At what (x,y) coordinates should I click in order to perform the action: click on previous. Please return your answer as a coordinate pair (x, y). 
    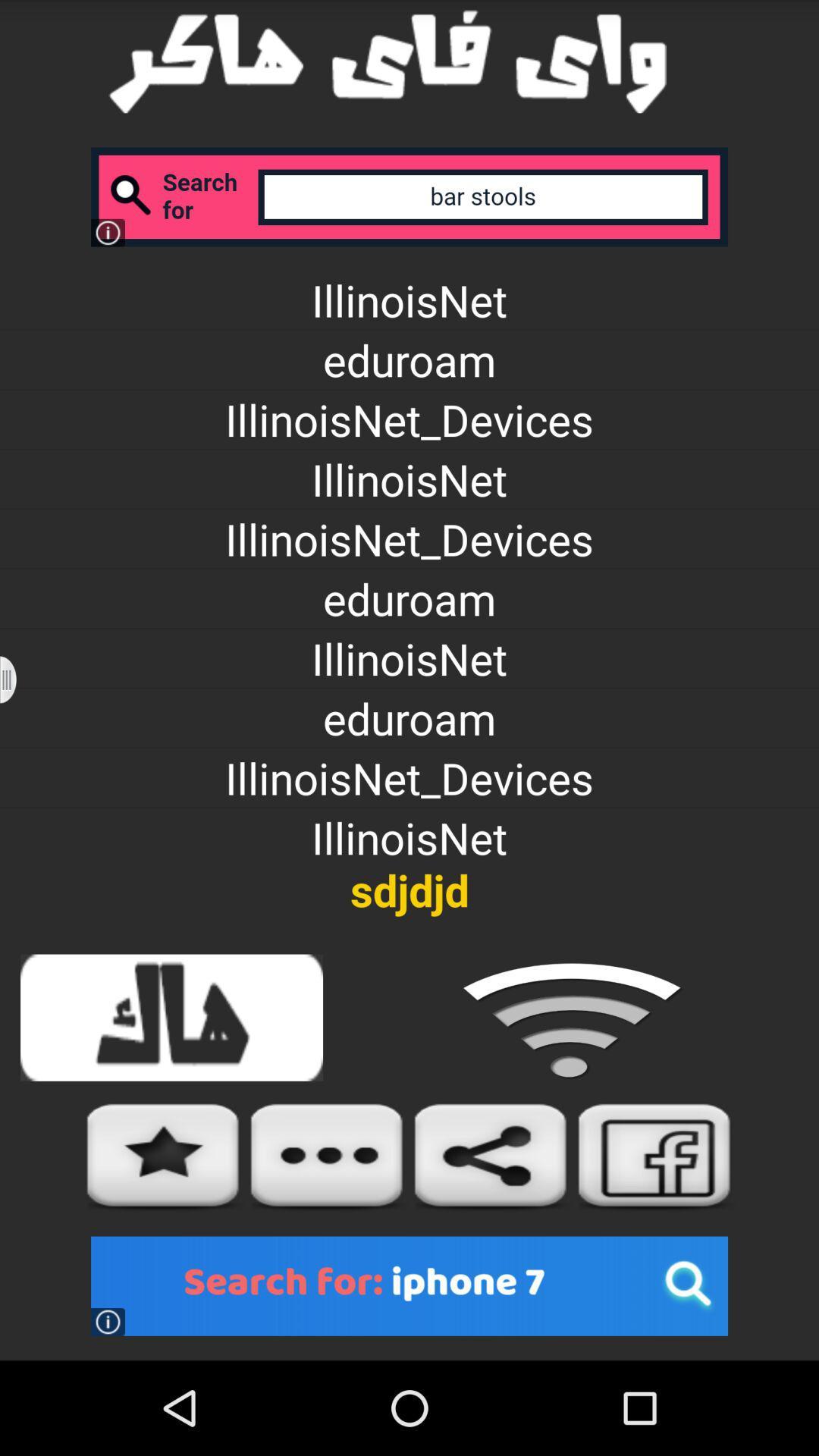
    Looking at the image, I should click on (17, 679).